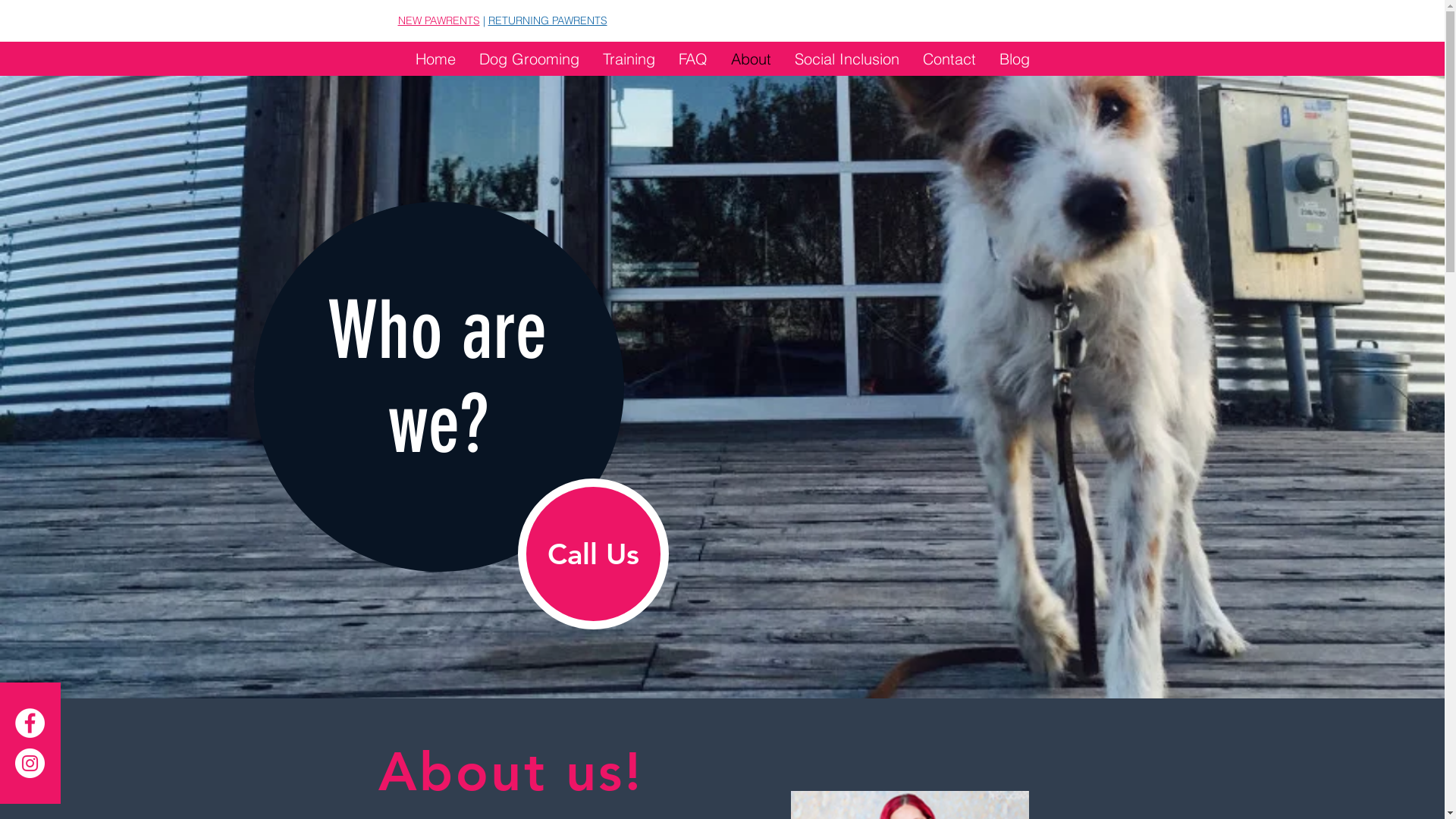  What do you see at coordinates (547, 20) in the screenshot?
I see `'RETURNING PAWRENTS'` at bounding box center [547, 20].